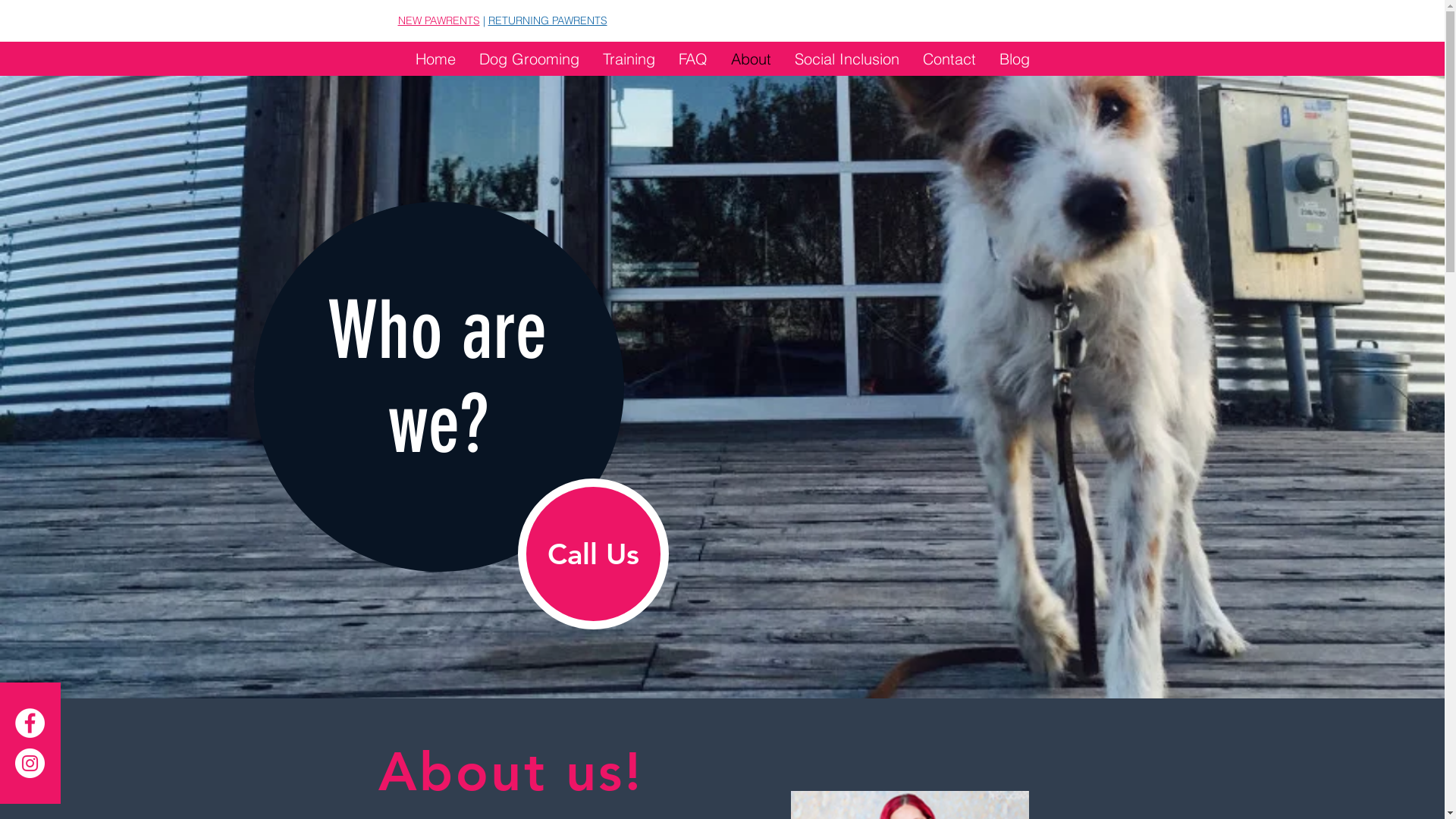  What do you see at coordinates (547, 20) in the screenshot?
I see `'RETURNING PAWRENTS'` at bounding box center [547, 20].